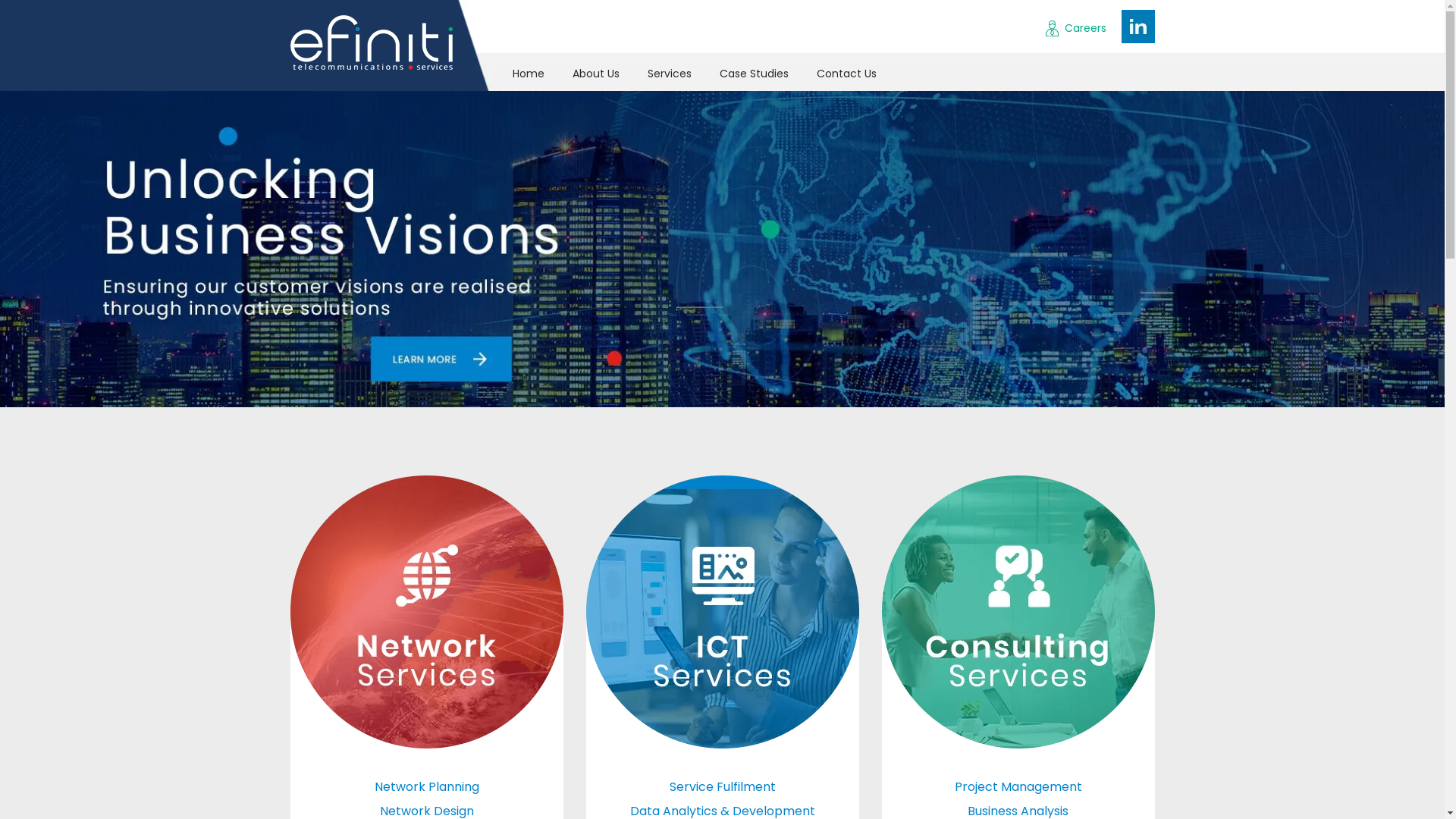 This screenshot has width=1456, height=819. Describe the element at coordinates (720, 786) in the screenshot. I see `'Service Fulfilment'` at that location.